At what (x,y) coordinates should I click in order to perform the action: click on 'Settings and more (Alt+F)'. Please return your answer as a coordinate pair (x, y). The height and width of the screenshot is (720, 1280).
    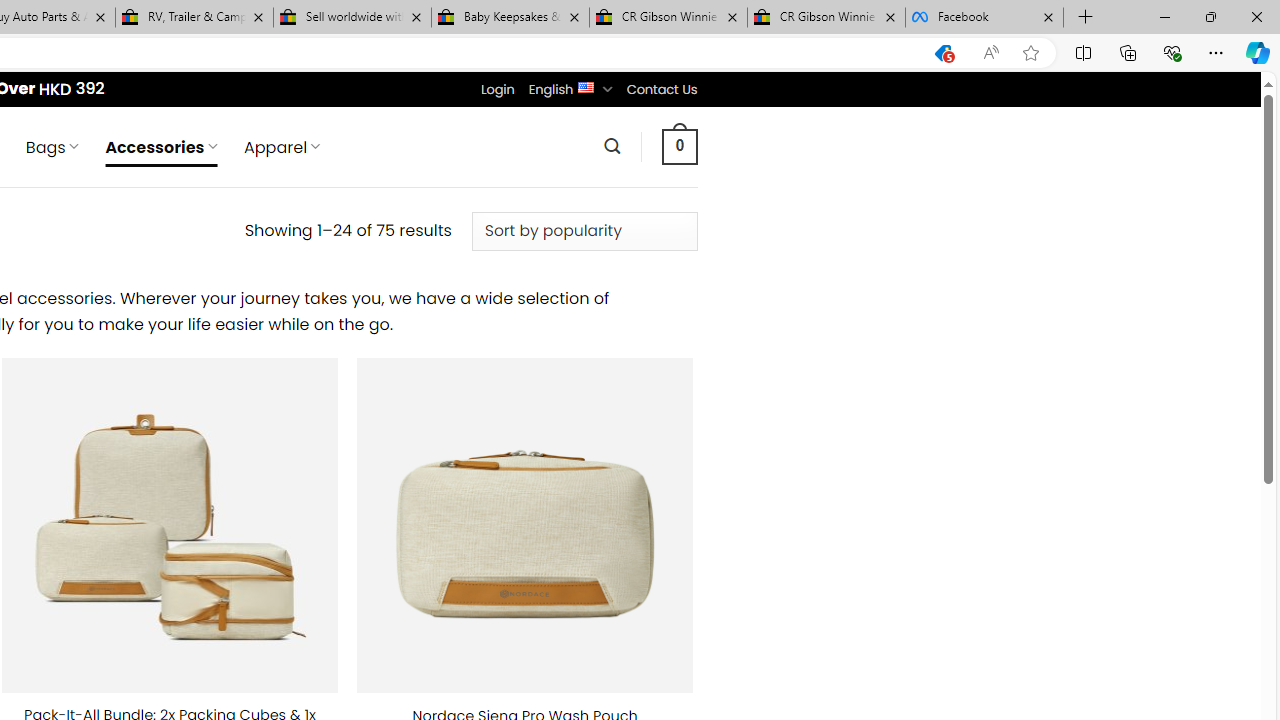
    Looking at the image, I should click on (1215, 51).